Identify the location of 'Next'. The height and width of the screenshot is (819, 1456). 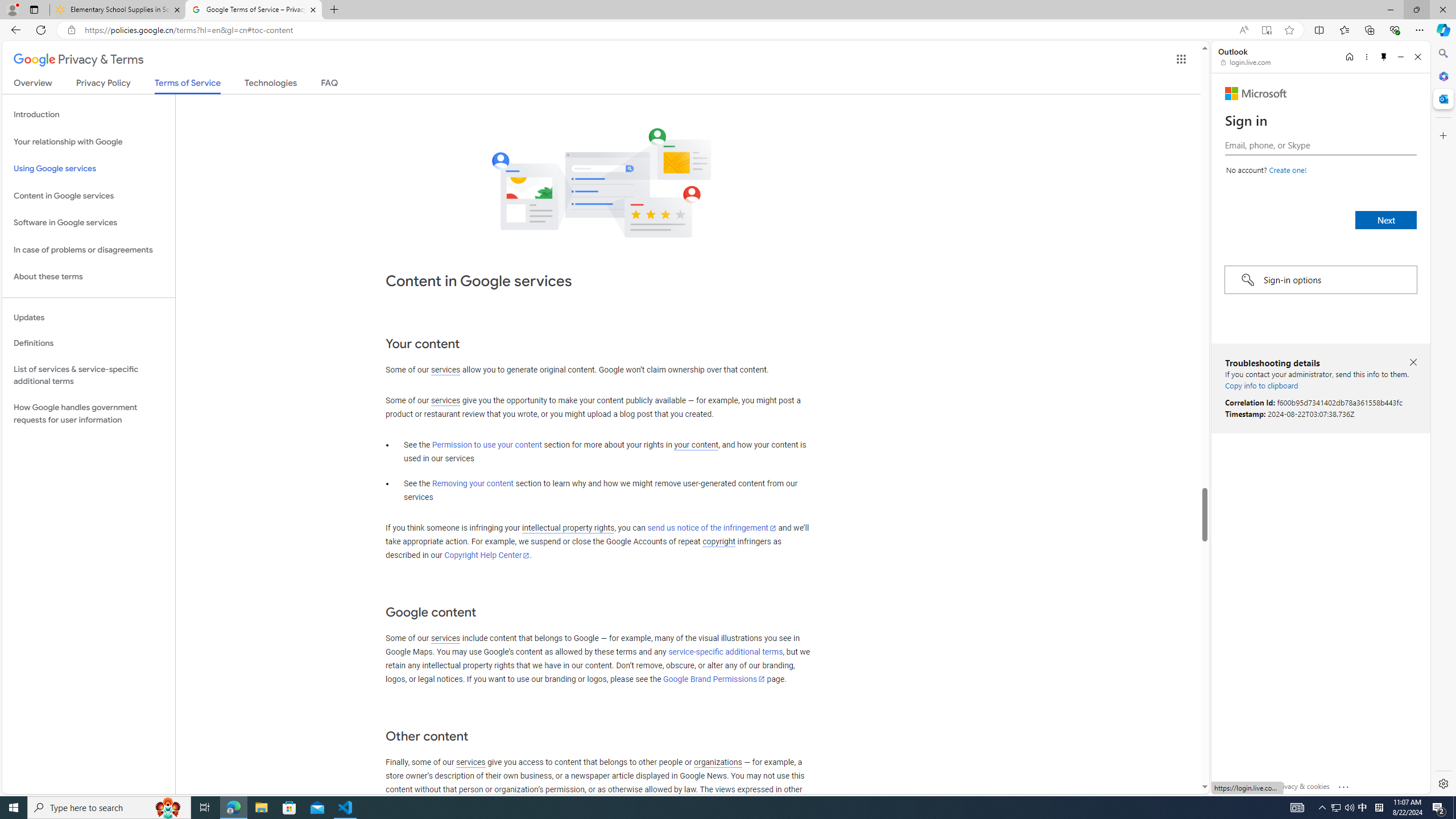
(1386, 220).